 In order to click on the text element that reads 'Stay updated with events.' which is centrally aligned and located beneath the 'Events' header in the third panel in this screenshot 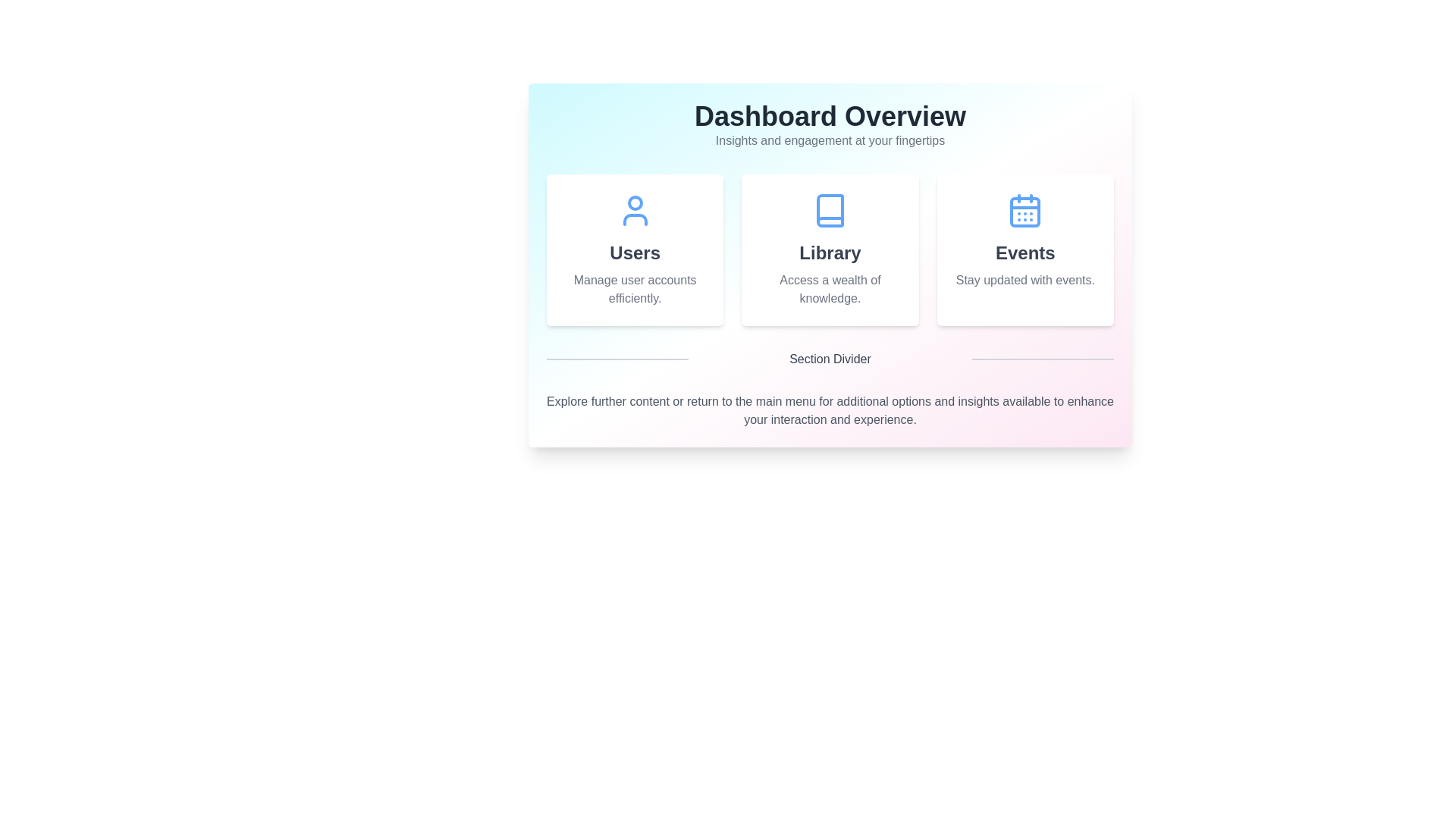, I will do `click(1025, 281)`.